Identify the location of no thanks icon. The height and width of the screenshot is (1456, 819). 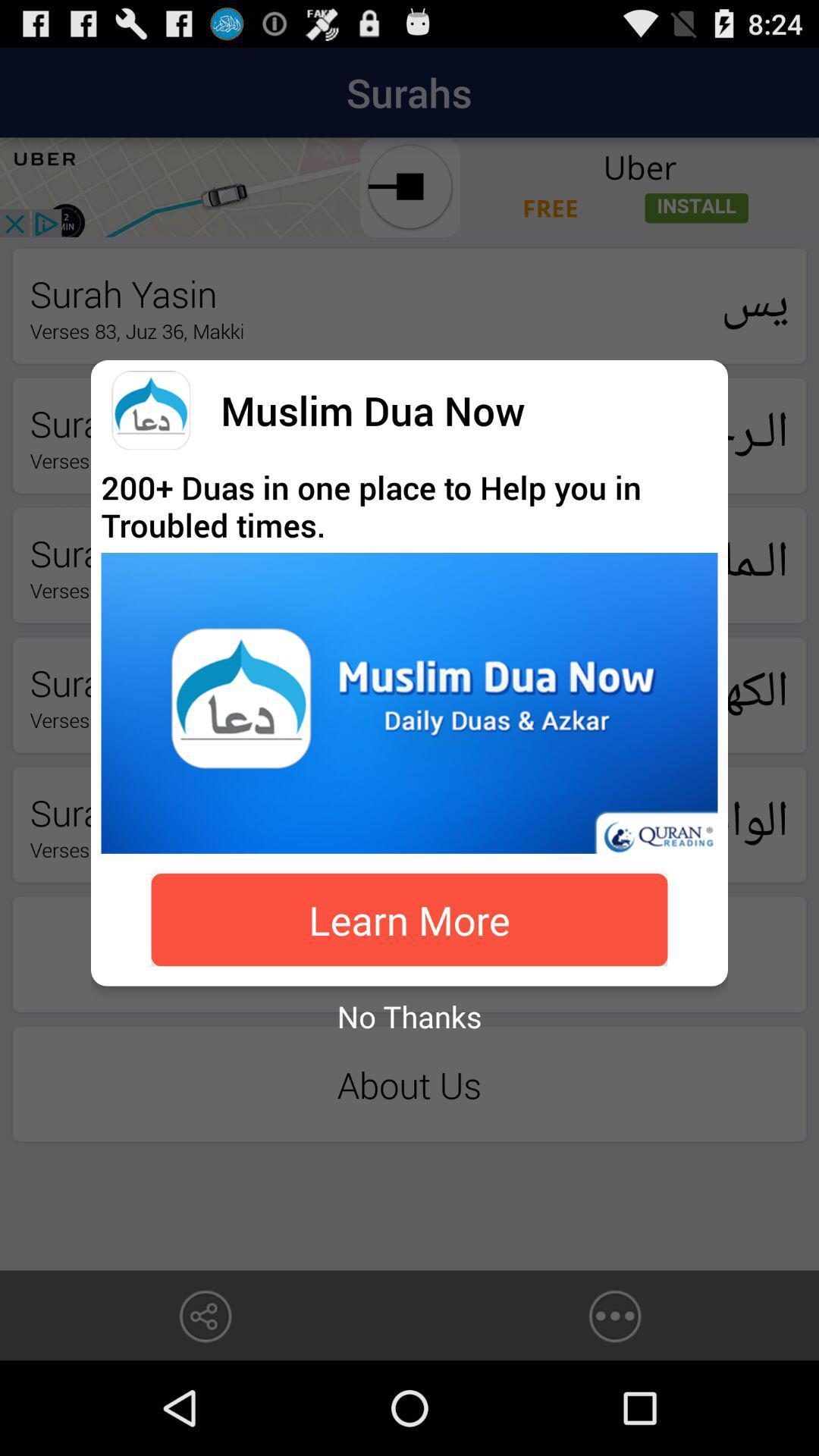
(409, 1016).